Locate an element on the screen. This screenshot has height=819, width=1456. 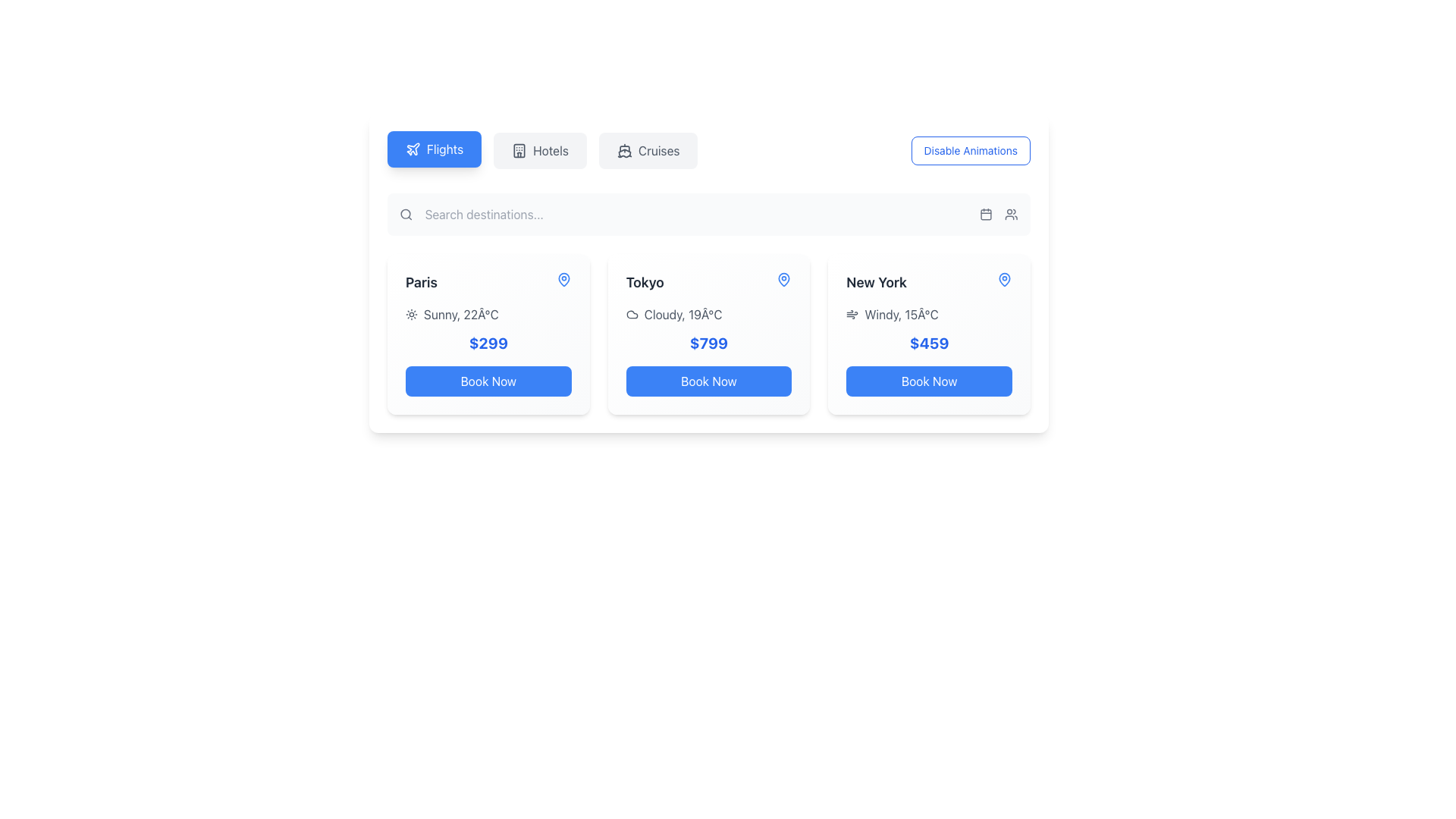
weather description and price details from the text display and icon located centrally within the 'New York' card, positioned below the heading and above the 'Book Now' button is located at coordinates (928, 329).